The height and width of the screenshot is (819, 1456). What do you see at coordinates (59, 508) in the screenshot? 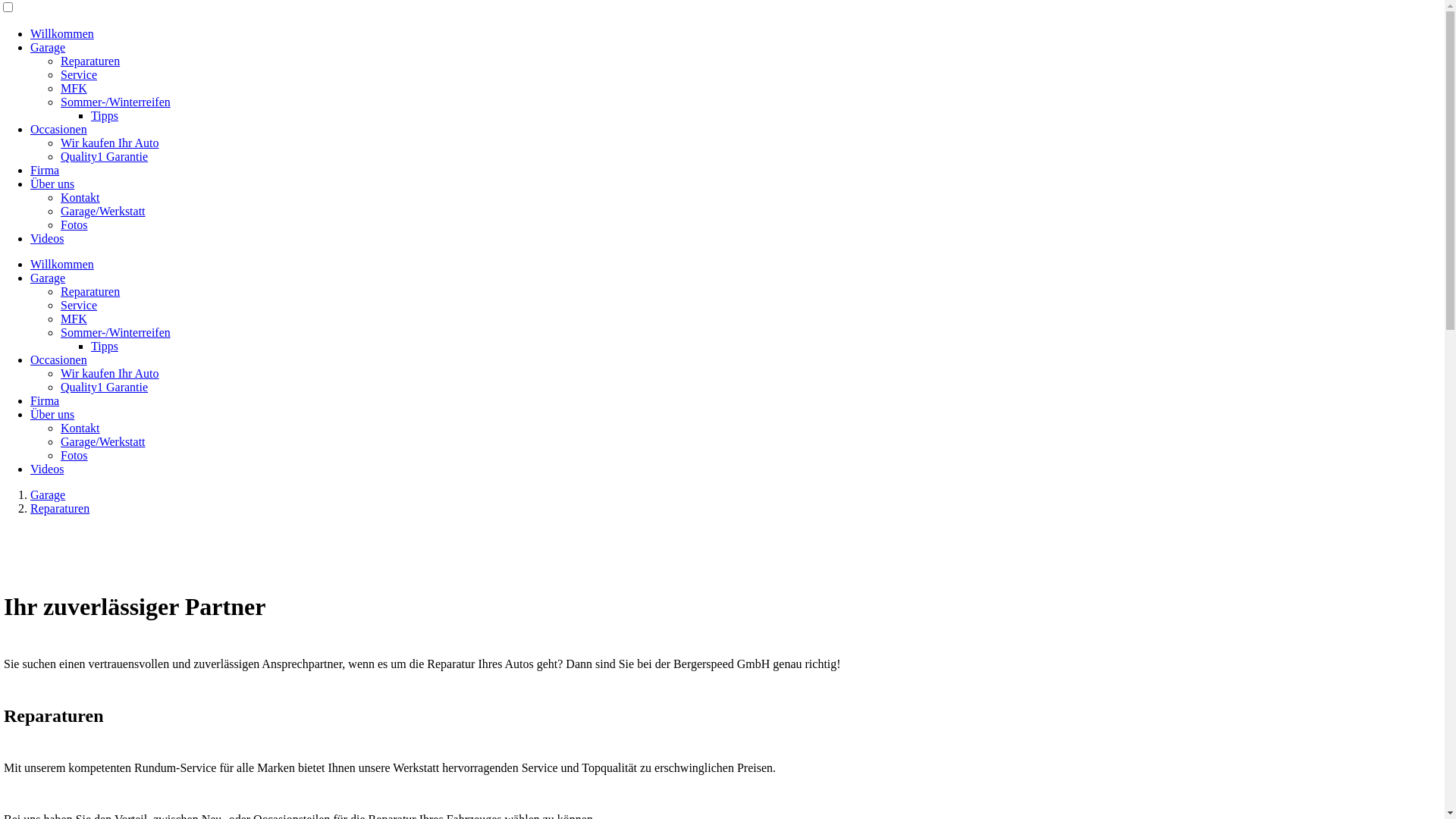
I see `'Reparaturen'` at bounding box center [59, 508].